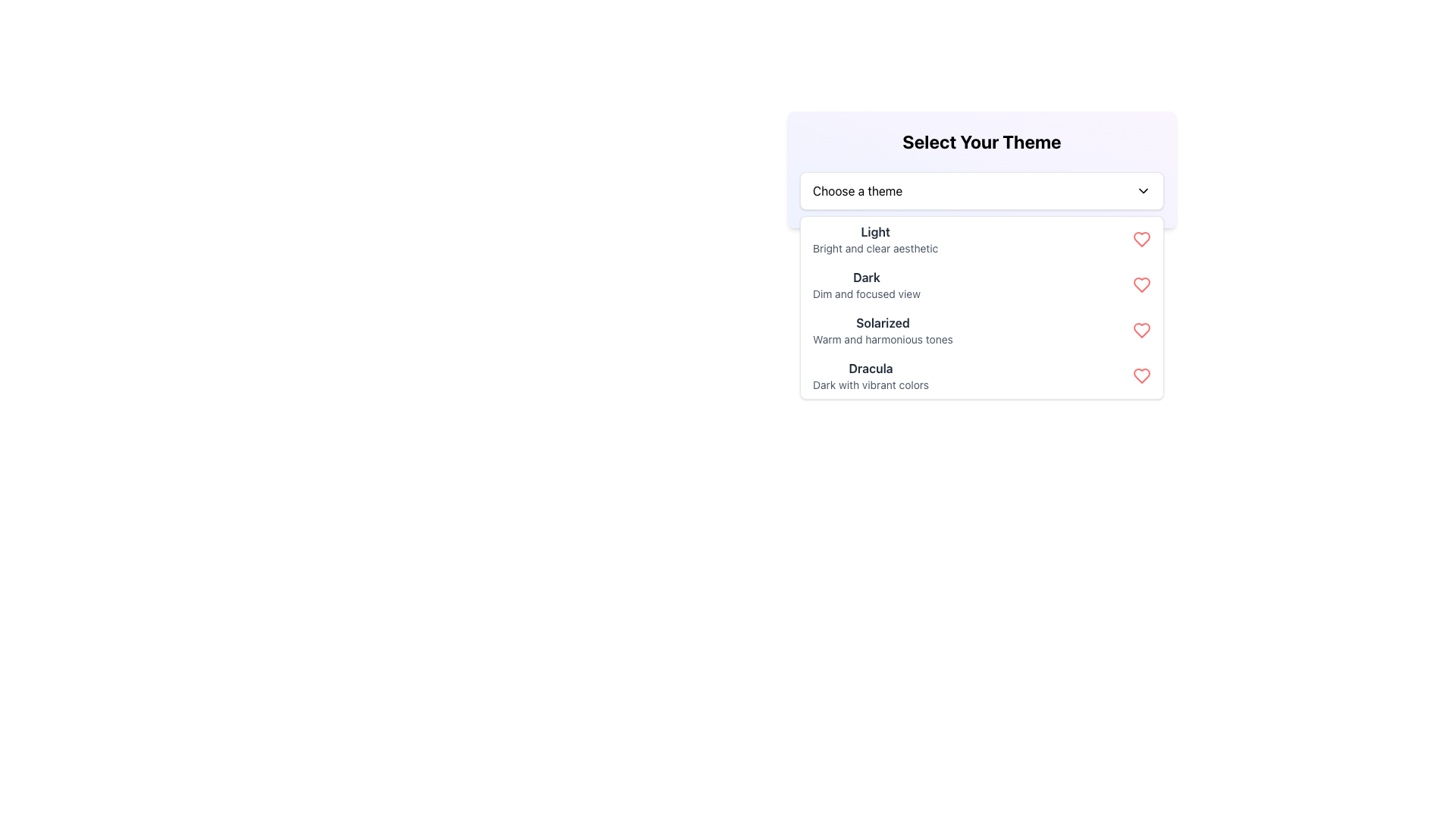  What do you see at coordinates (883, 329) in the screenshot?
I see `the text block element labeled 'Solarized' which is the third item in the dropdown menu 'Select Your Theme' that displays the description 'Warm and harmonious tones.'` at bounding box center [883, 329].